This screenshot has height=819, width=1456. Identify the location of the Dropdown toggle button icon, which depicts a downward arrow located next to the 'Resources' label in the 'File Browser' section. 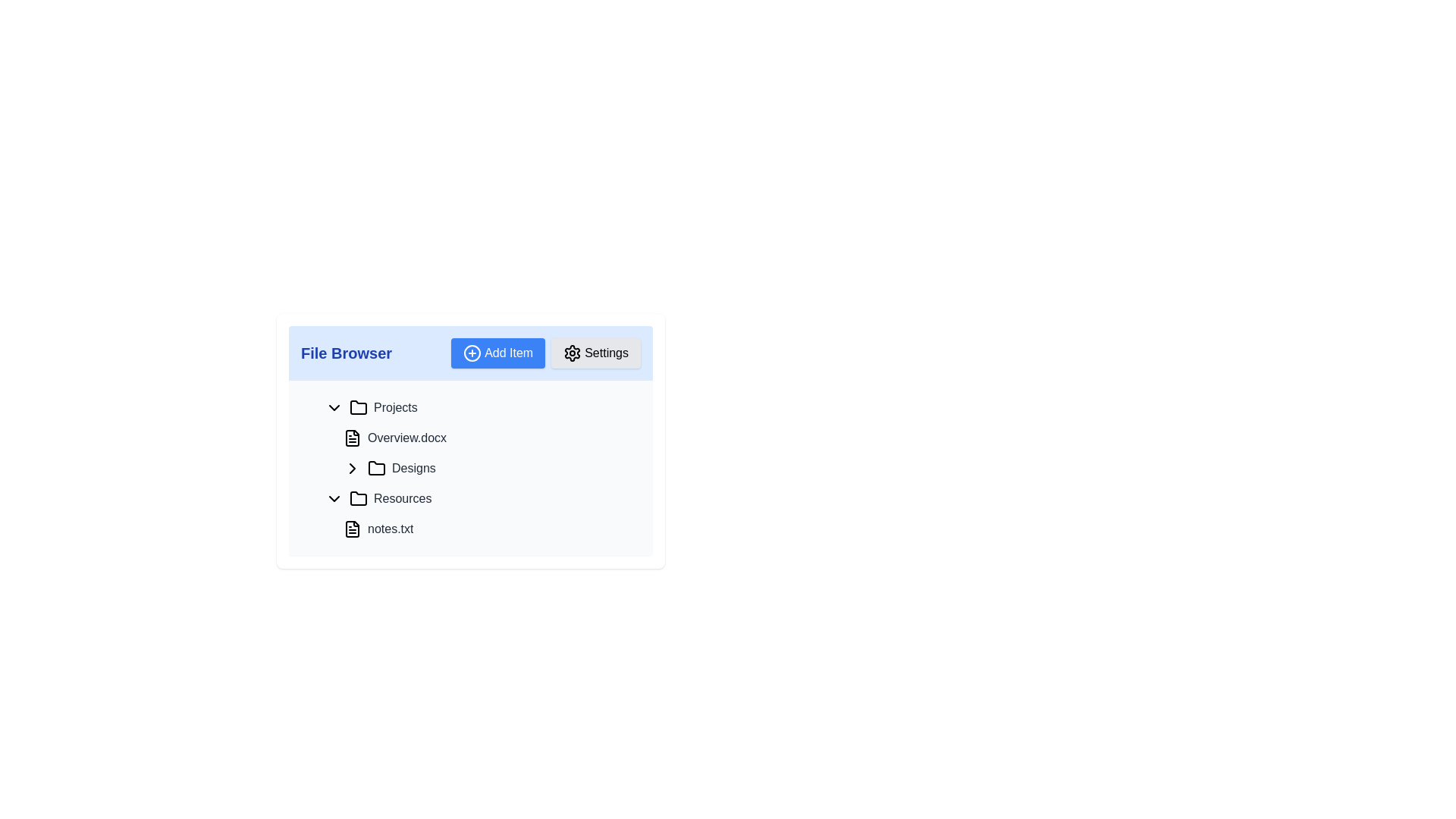
(334, 499).